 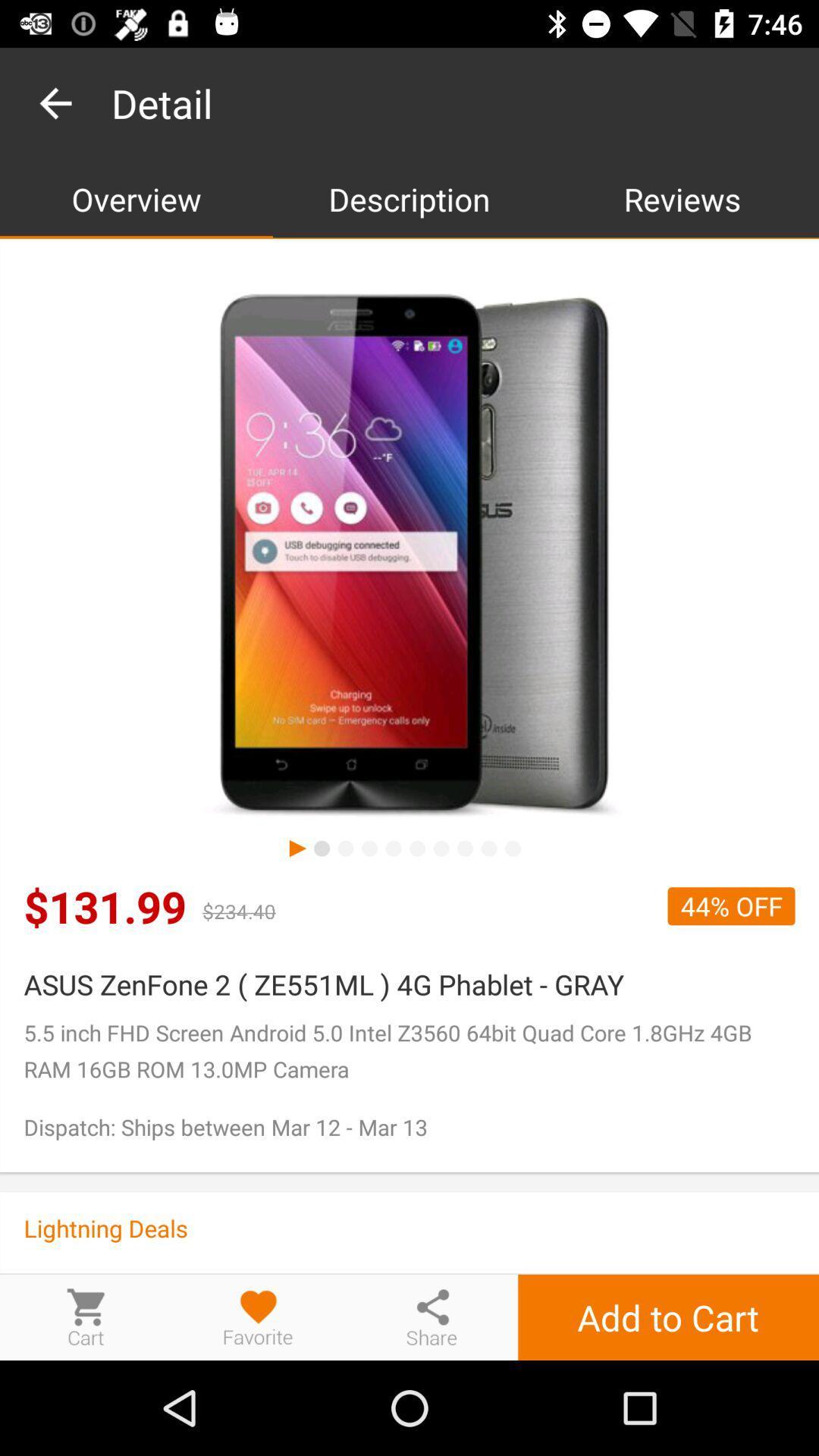 I want to click on like/favorite, so click(x=258, y=1316).